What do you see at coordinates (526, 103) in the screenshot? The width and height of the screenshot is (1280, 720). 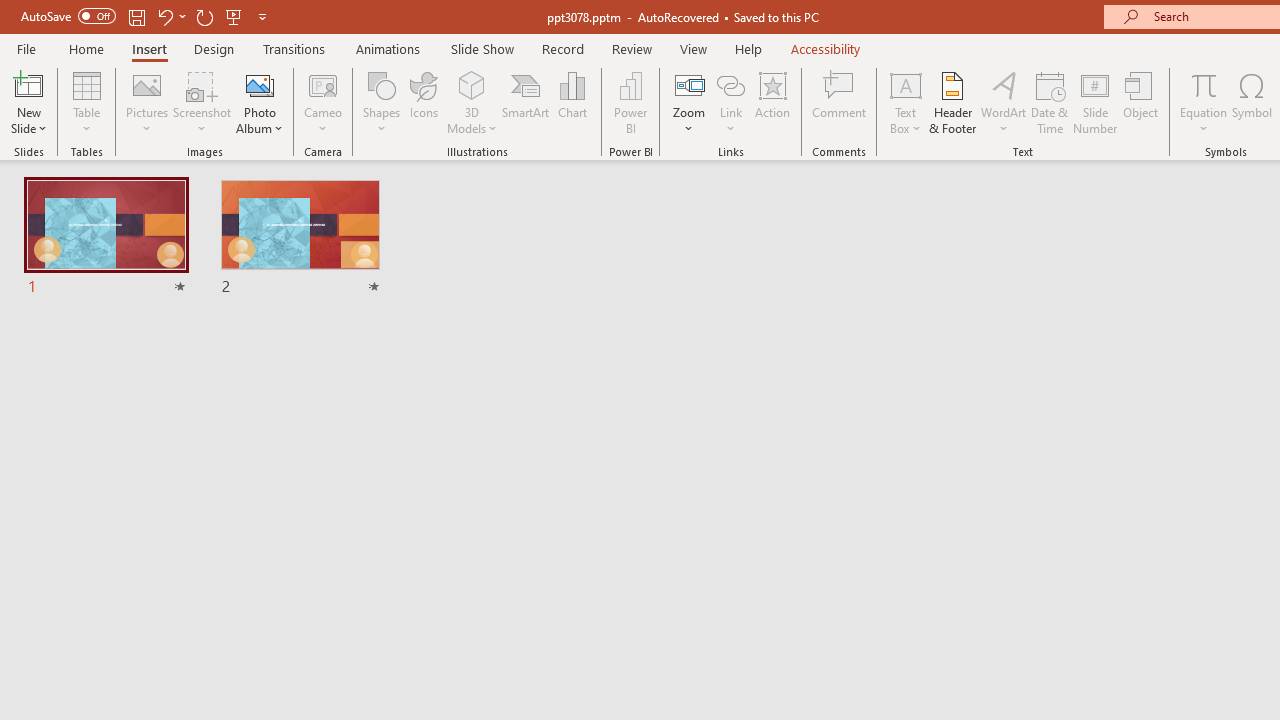 I see `'SmartArt...'` at bounding box center [526, 103].